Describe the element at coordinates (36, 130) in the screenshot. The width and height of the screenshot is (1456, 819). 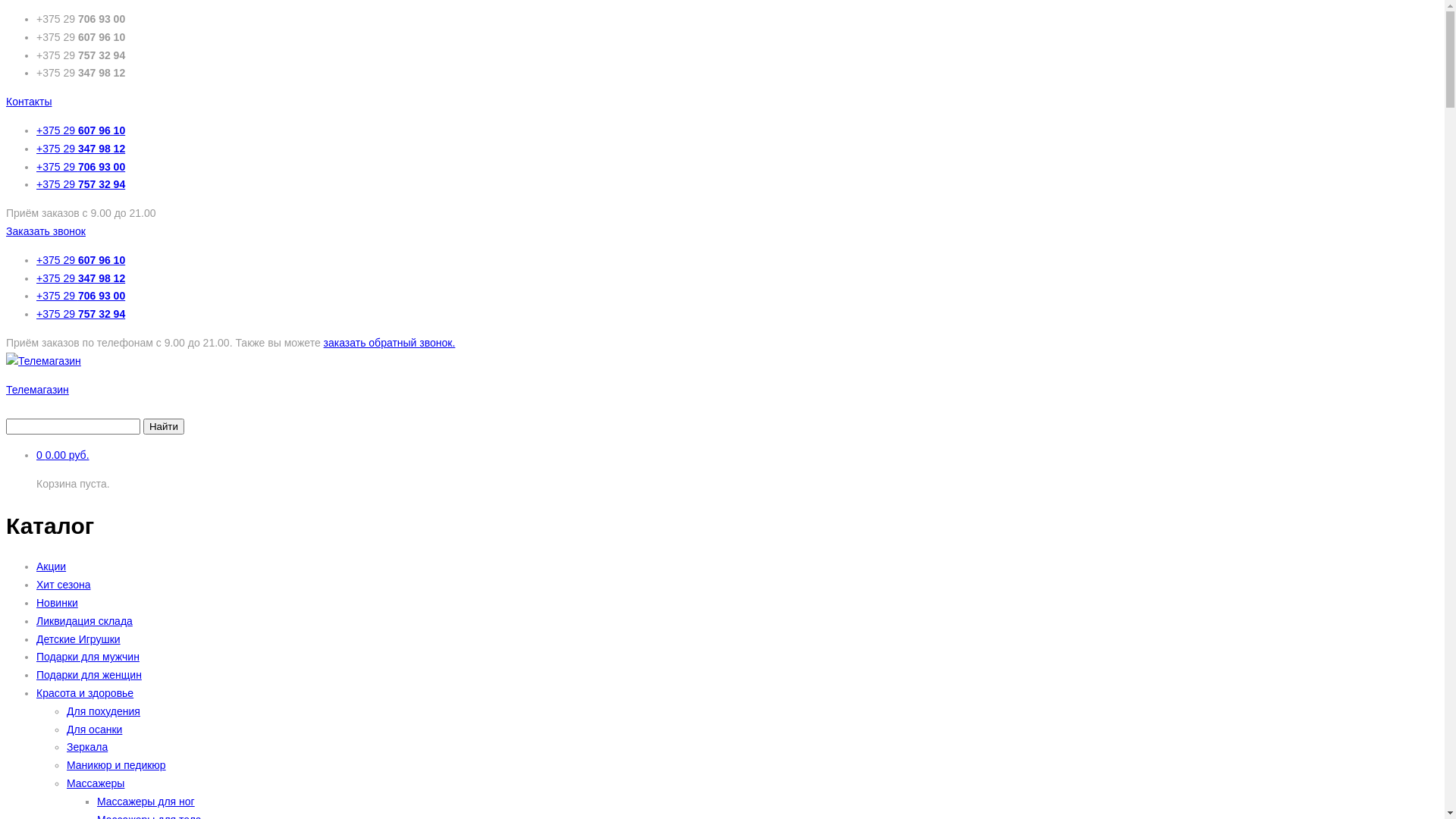
I see `'+375 29 607 96 10'` at that location.